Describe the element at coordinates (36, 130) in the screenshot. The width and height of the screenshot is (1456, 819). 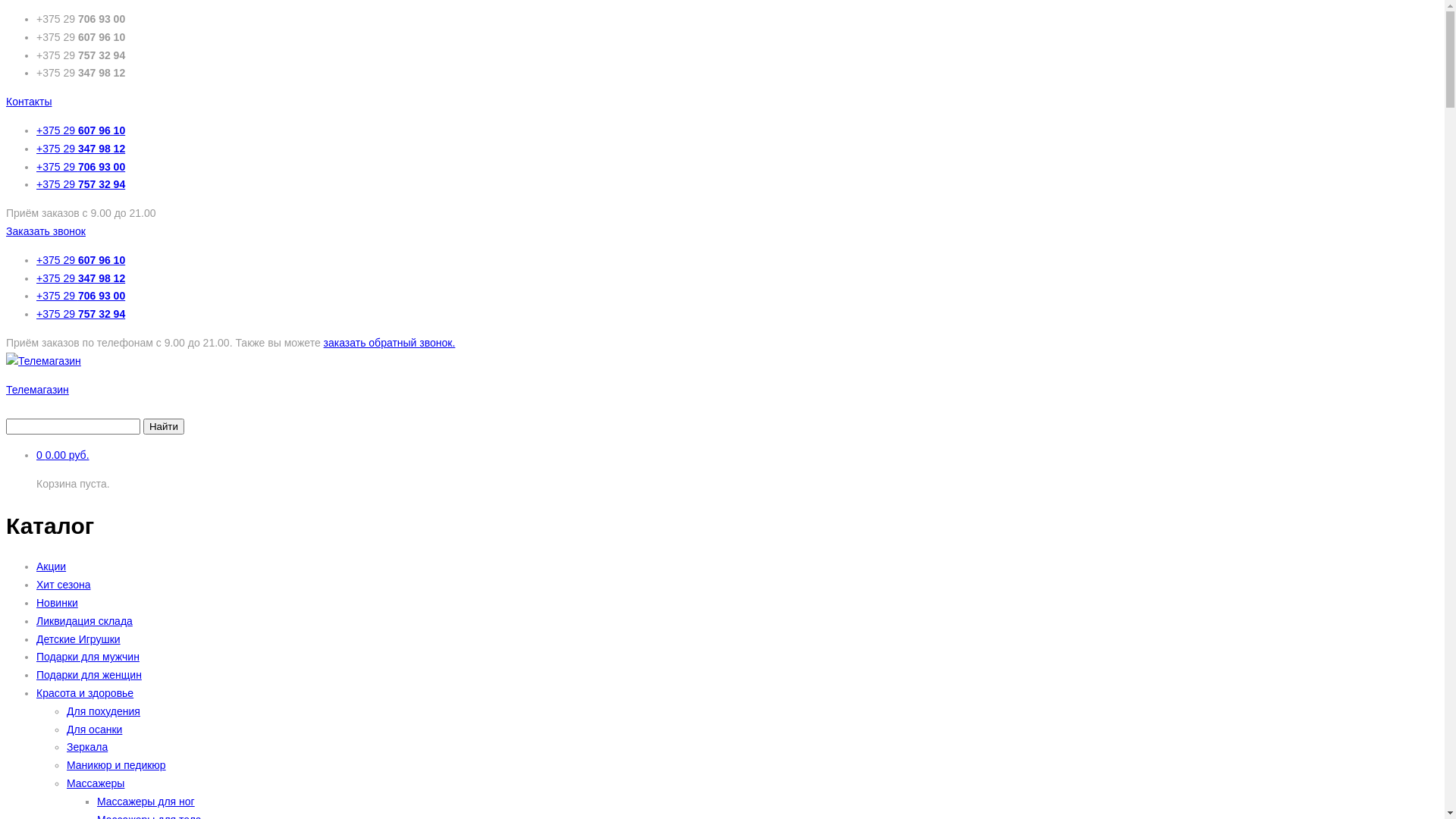
I see `'+375 29 607 96 10'` at that location.